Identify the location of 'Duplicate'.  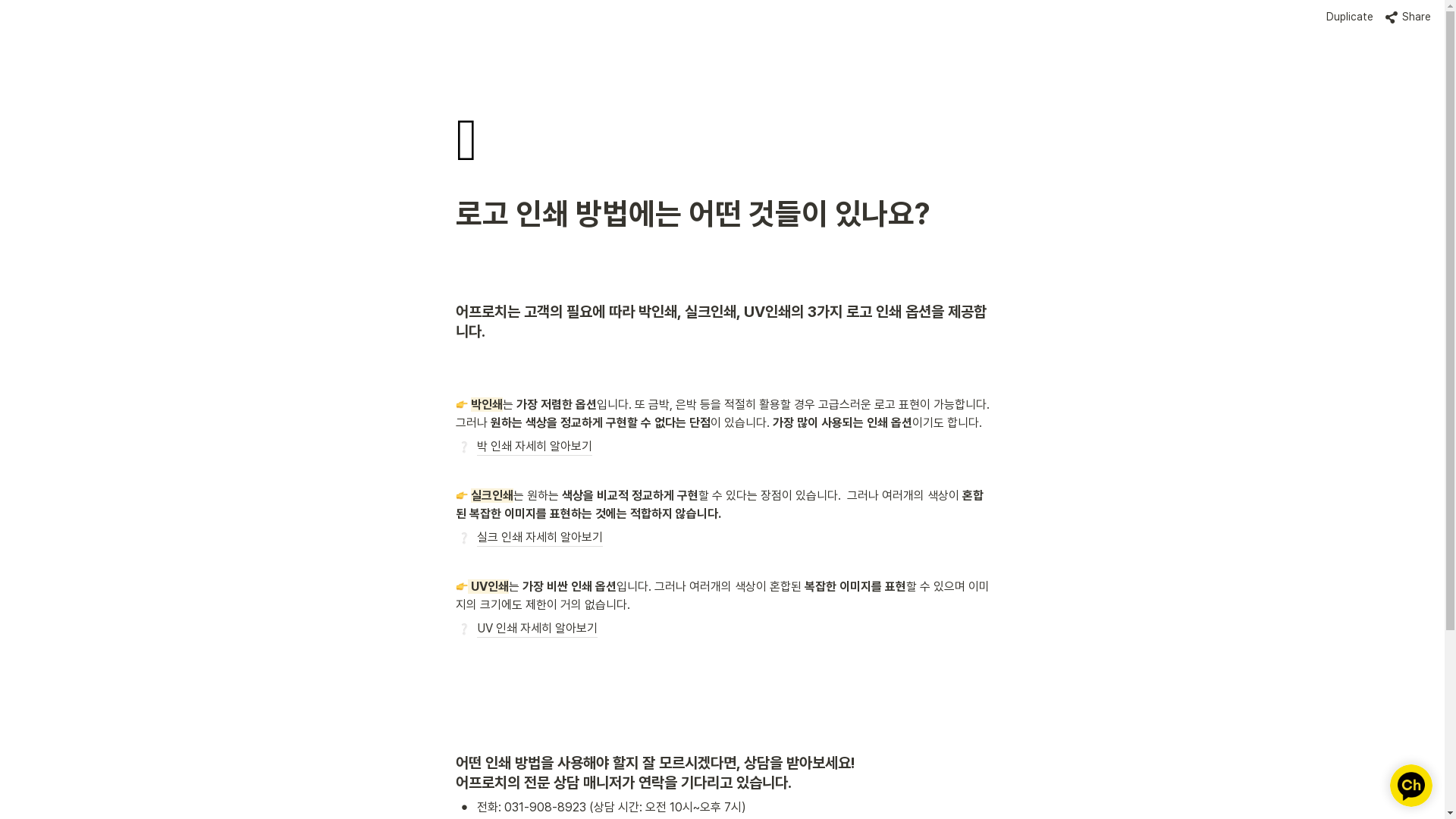
(1319, 17).